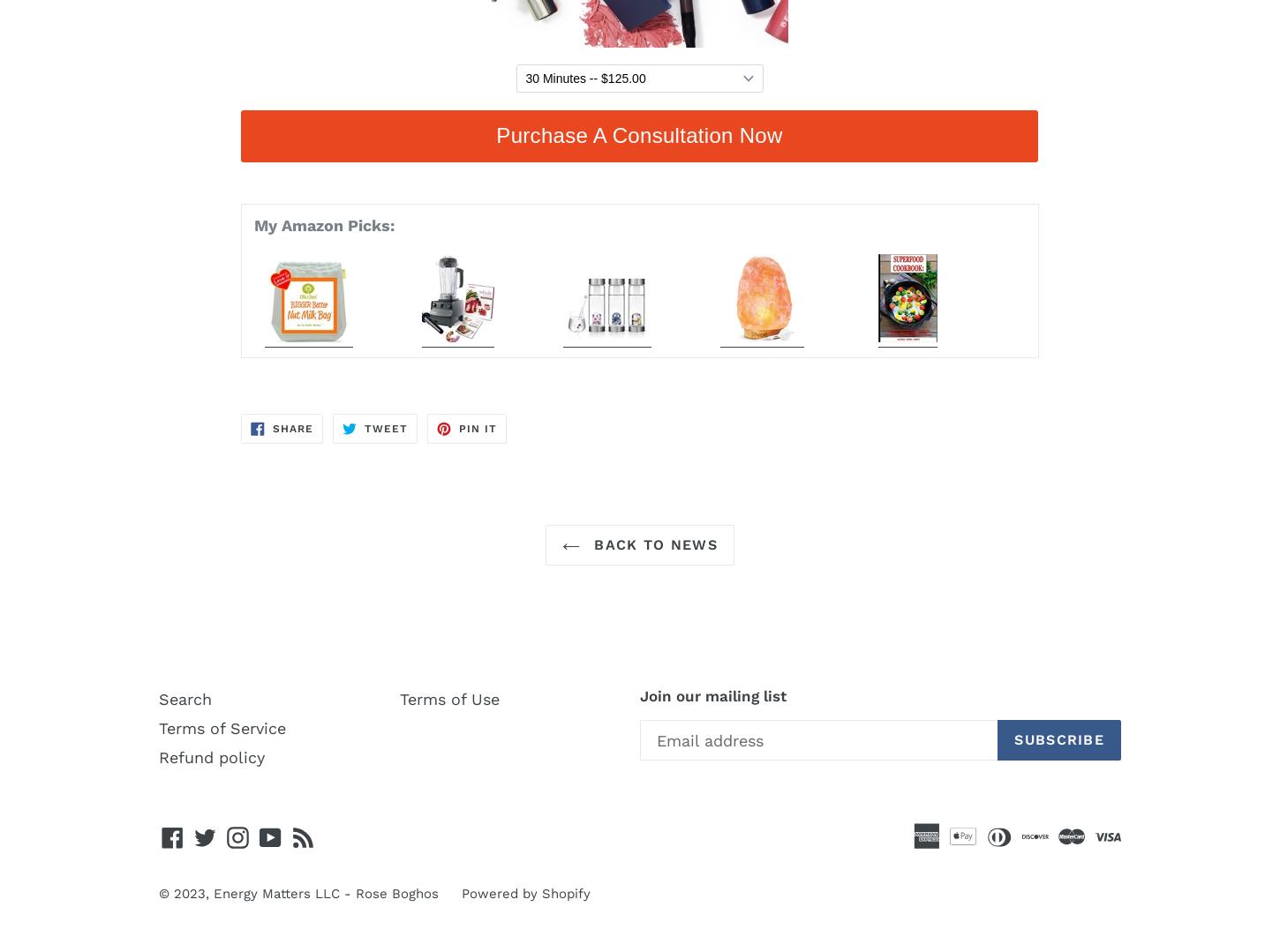 This screenshot has height=952, width=1280. What do you see at coordinates (253, 224) in the screenshot?
I see `'My Amazon Picks:'` at bounding box center [253, 224].